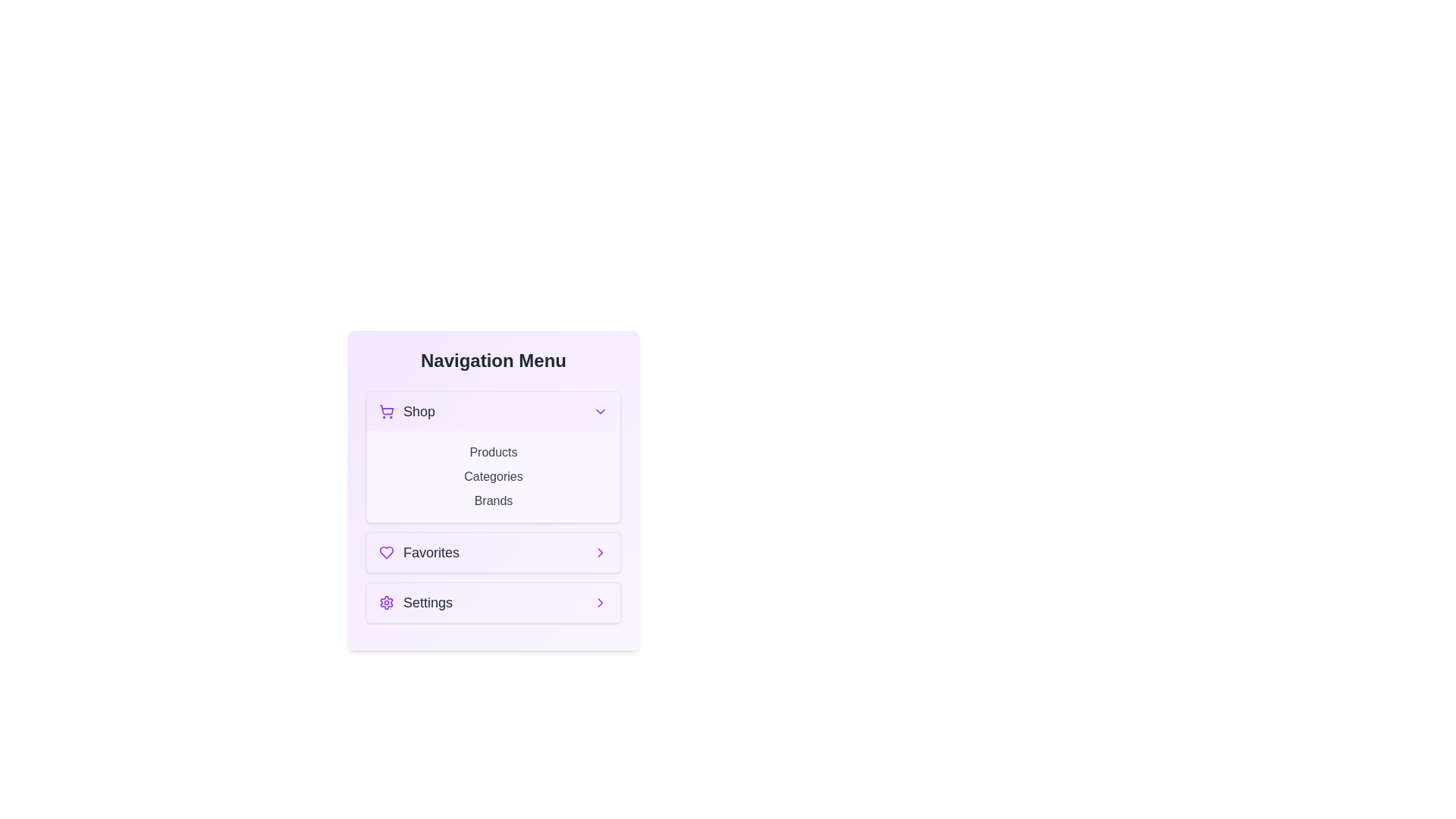  What do you see at coordinates (386, 601) in the screenshot?
I see `the settings icon located to the left of the 'Settings' label in the navigation menu` at bounding box center [386, 601].